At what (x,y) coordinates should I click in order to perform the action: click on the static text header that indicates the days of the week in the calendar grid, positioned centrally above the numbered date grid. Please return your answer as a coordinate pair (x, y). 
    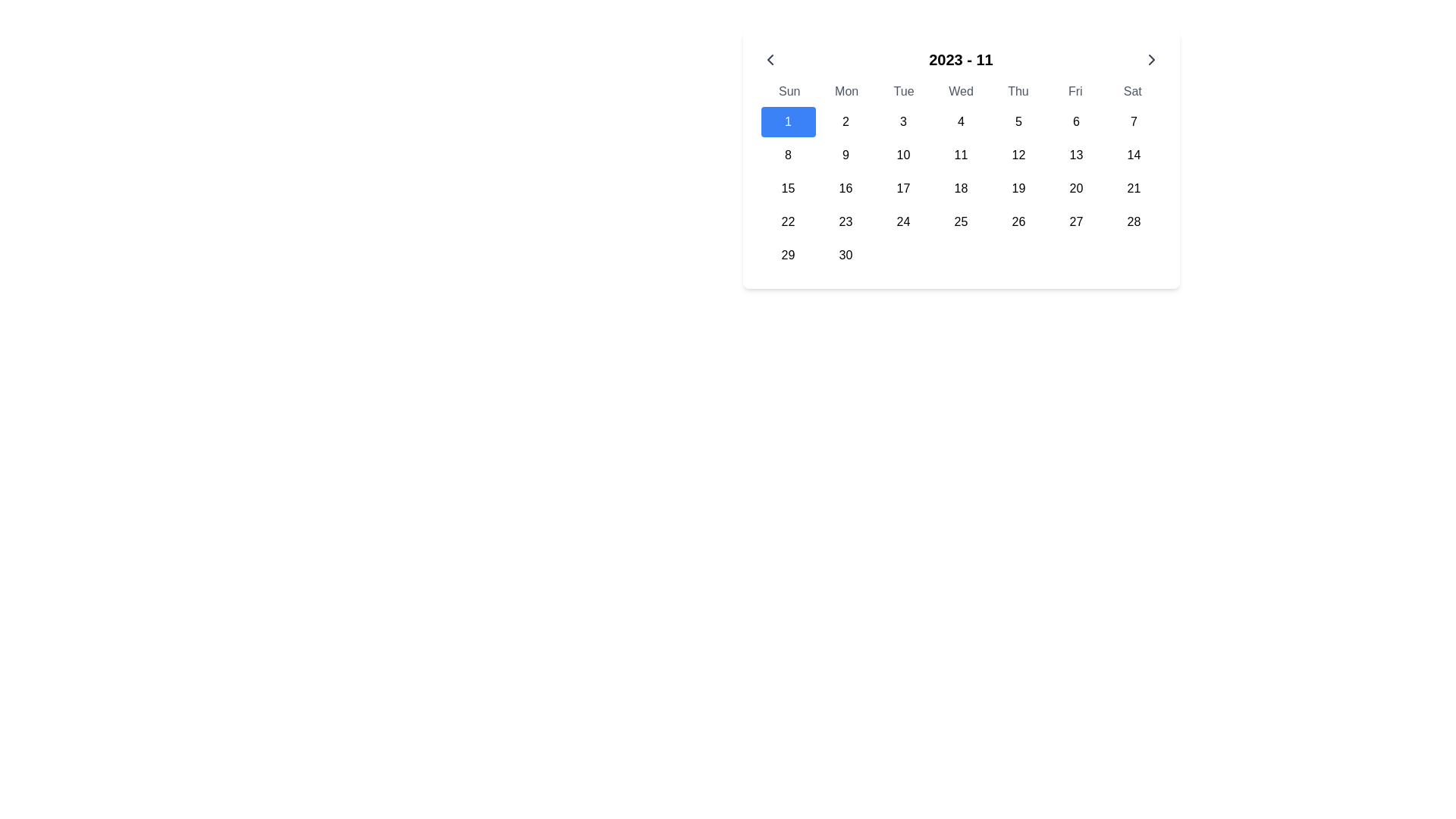
    Looking at the image, I should click on (960, 91).